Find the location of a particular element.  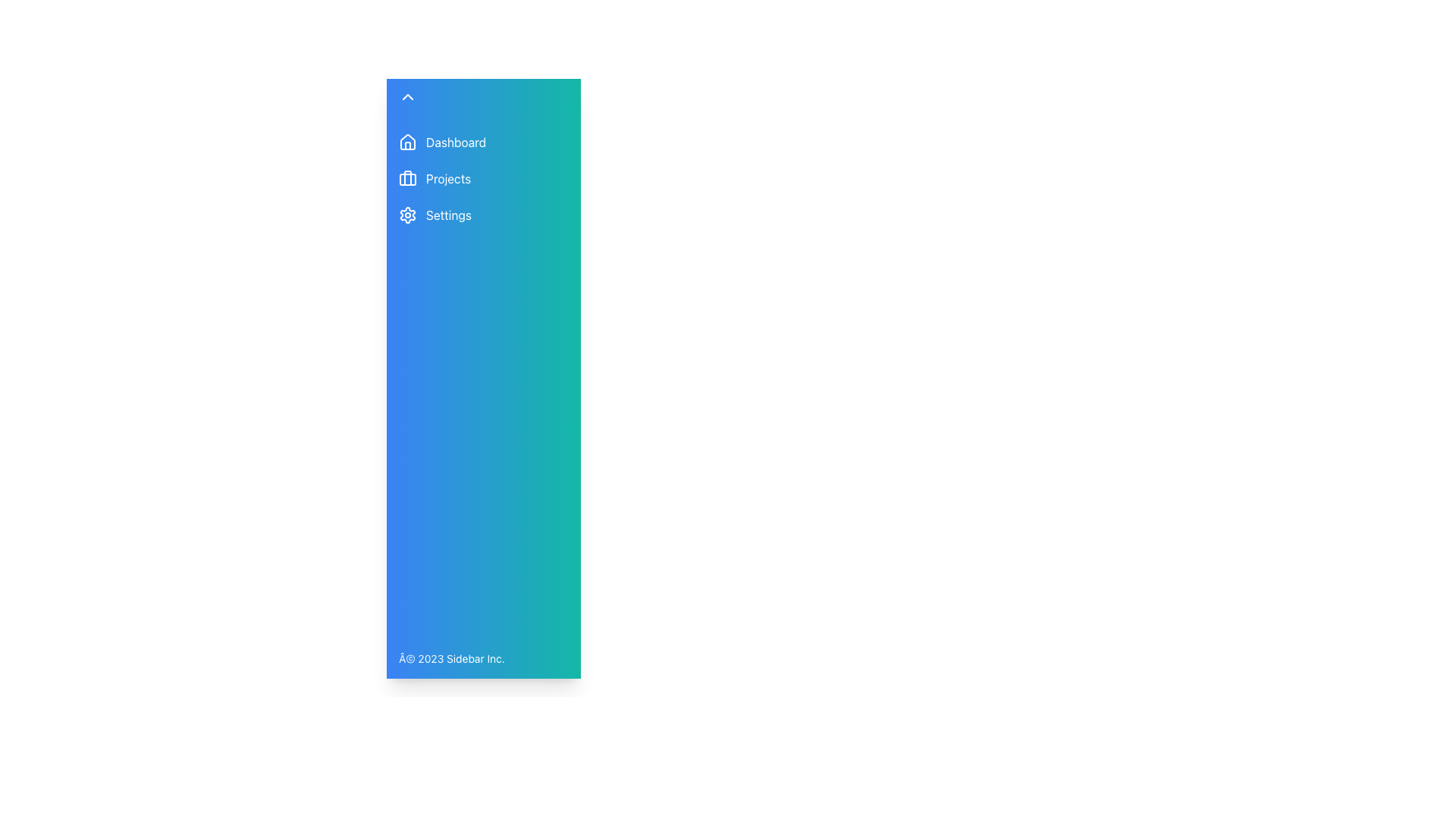

the decorative icon representing the 'Dashboard' menu item located at the top of the vertically arranged side menu, aligned with the text 'Dashboard' is located at coordinates (407, 143).